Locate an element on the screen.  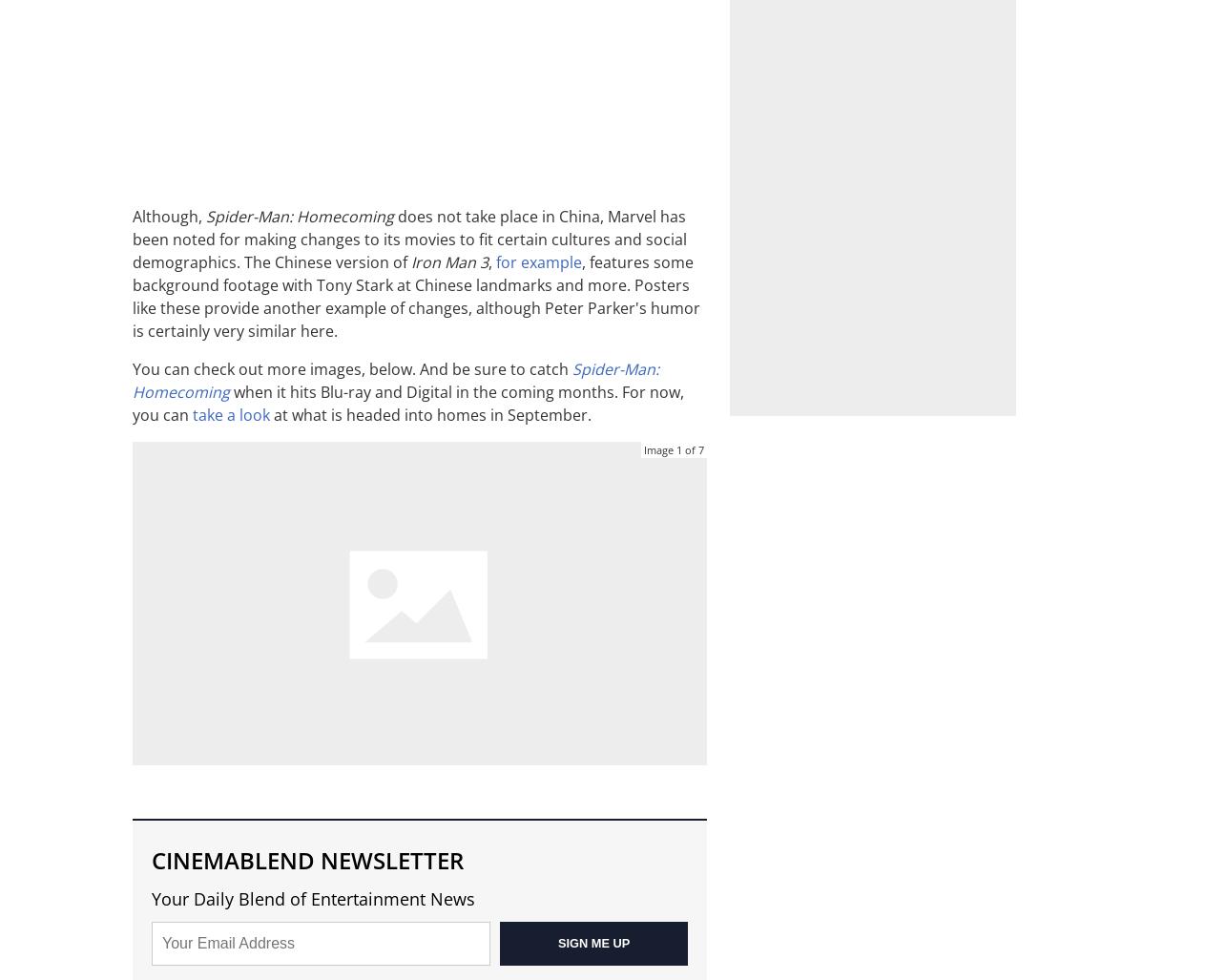
'take a look' is located at coordinates (230, 414).